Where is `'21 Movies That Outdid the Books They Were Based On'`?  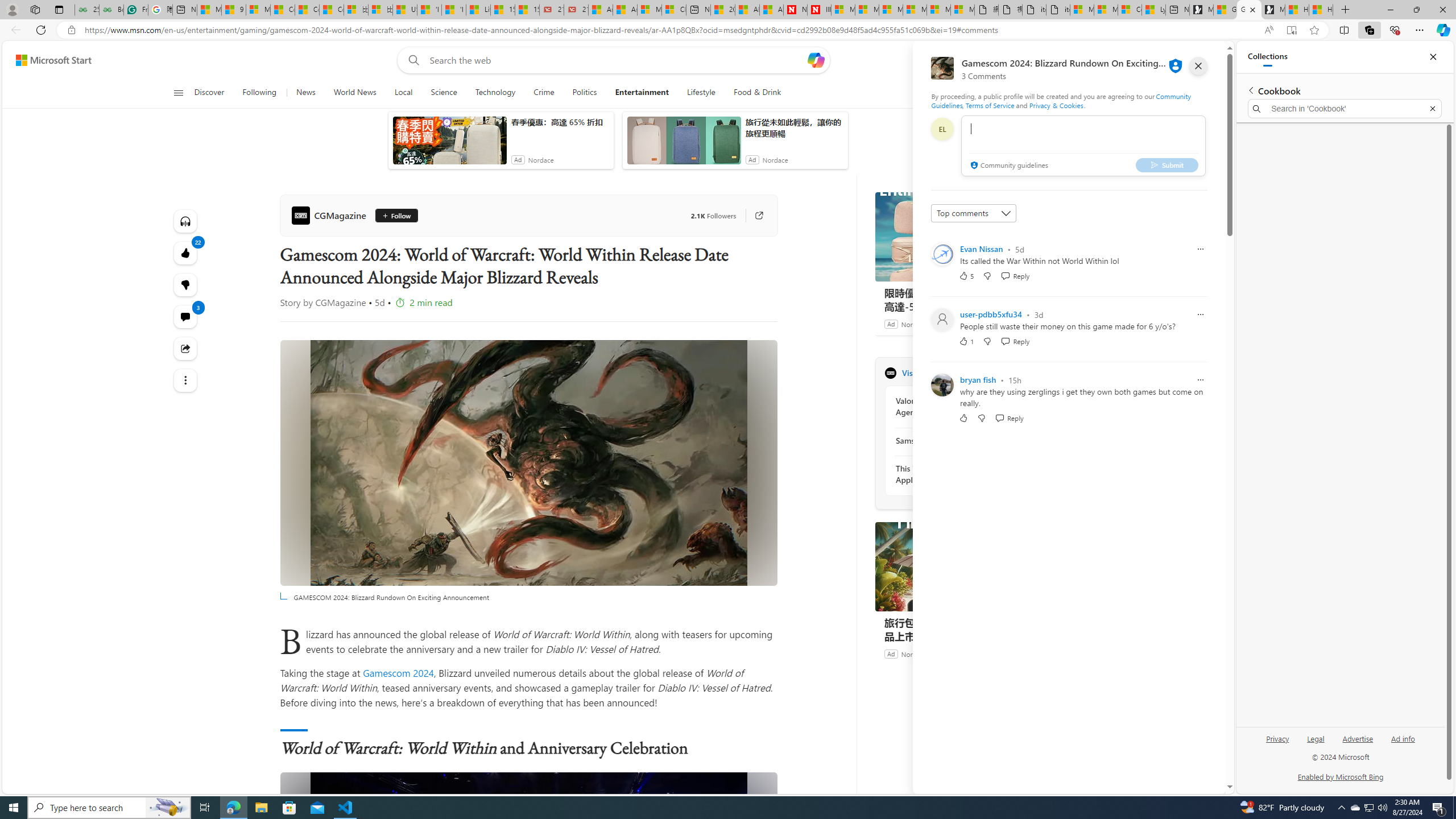
'21 Movies That Outdid the Books They Were Based On' is located at coordinates (575, 9).